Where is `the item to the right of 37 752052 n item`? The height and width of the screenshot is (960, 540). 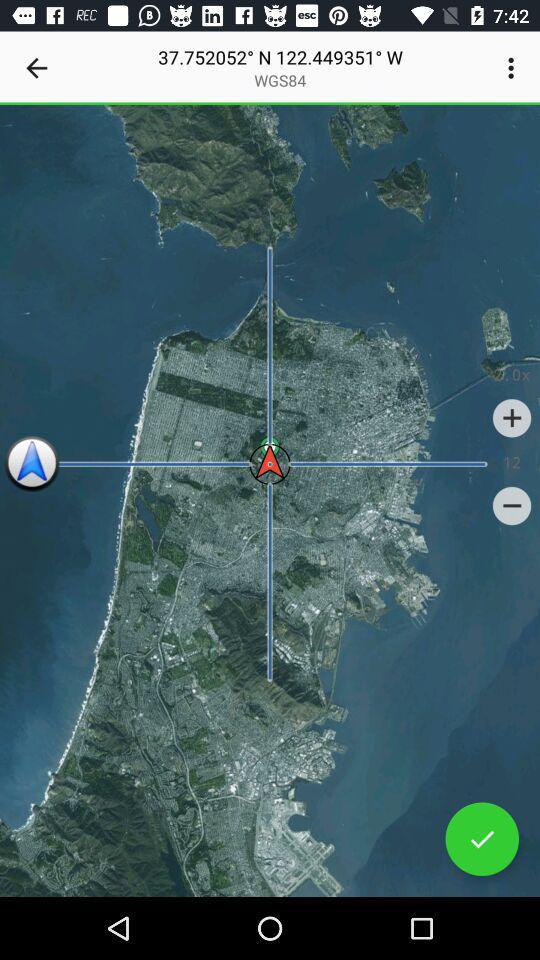
the item to the right of 37 752052 n item is located at coordinates (513, 68).